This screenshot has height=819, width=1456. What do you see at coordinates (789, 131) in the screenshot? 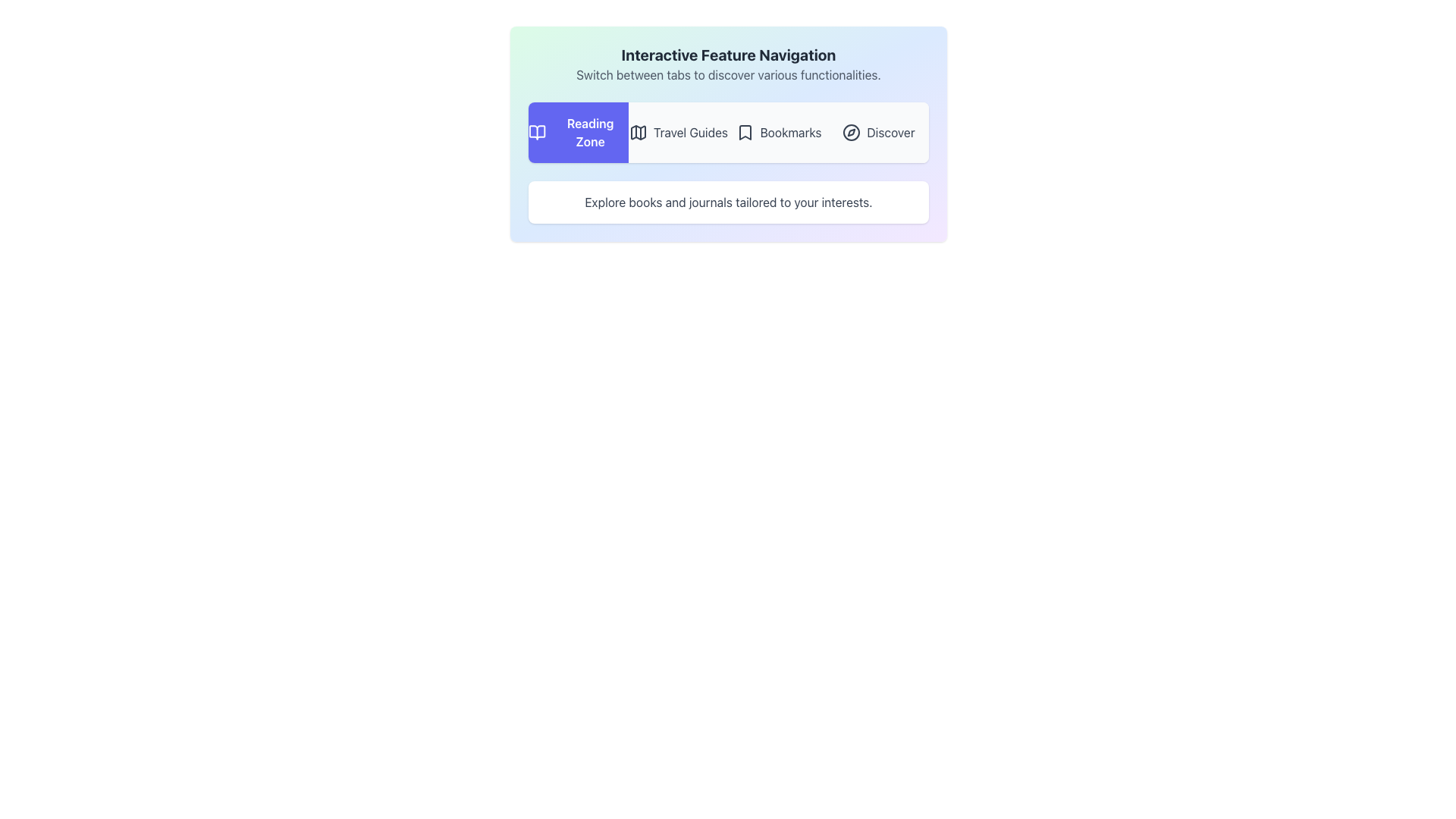
I see `the static text label that serves as a navigational option for bookmarks, located in the horizontal navigation bar between 'Travel Guides' and 'Discover'` at bounding box center [789, 131].